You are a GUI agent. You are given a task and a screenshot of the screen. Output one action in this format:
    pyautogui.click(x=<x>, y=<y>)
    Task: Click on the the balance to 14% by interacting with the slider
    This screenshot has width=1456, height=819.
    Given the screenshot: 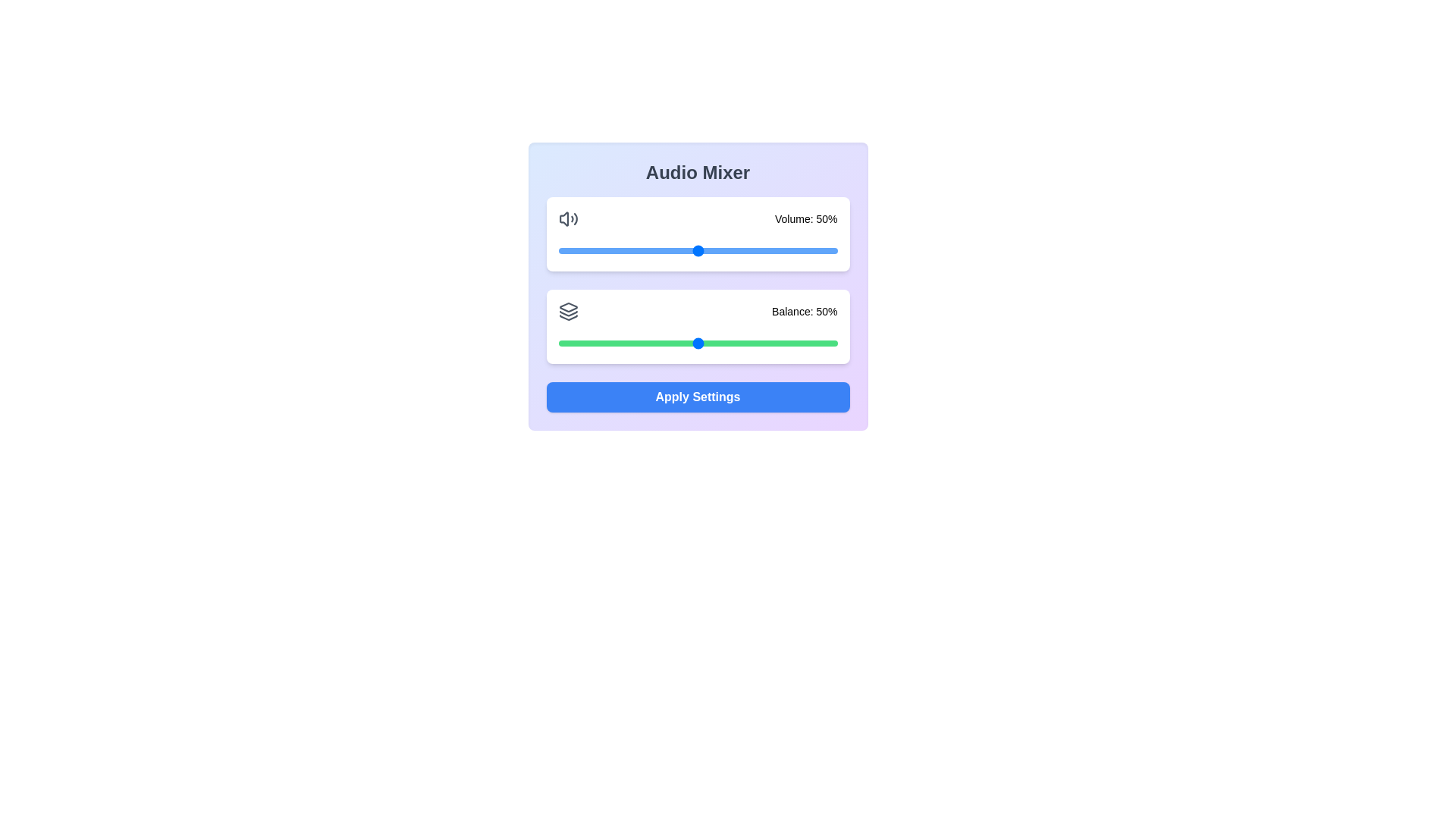 What is the action you would take?
    pyautogui.click(x=596, y=343)
    